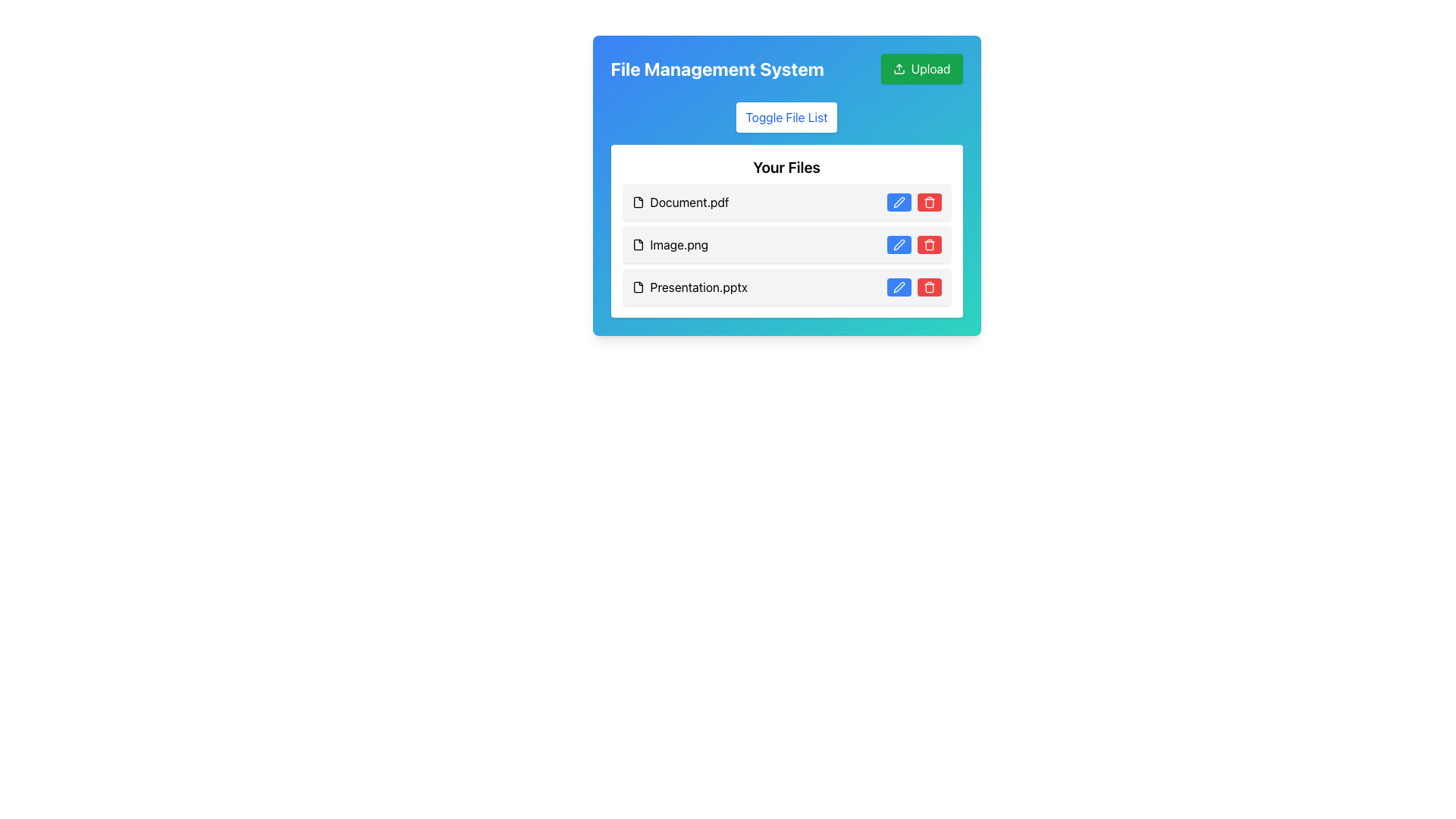 The height and width of the screenshot is (819, 1456). Describe the element at coordinates (669, 244) in the screenshot. I see `the file icon and text 'Image.png'` at that location.